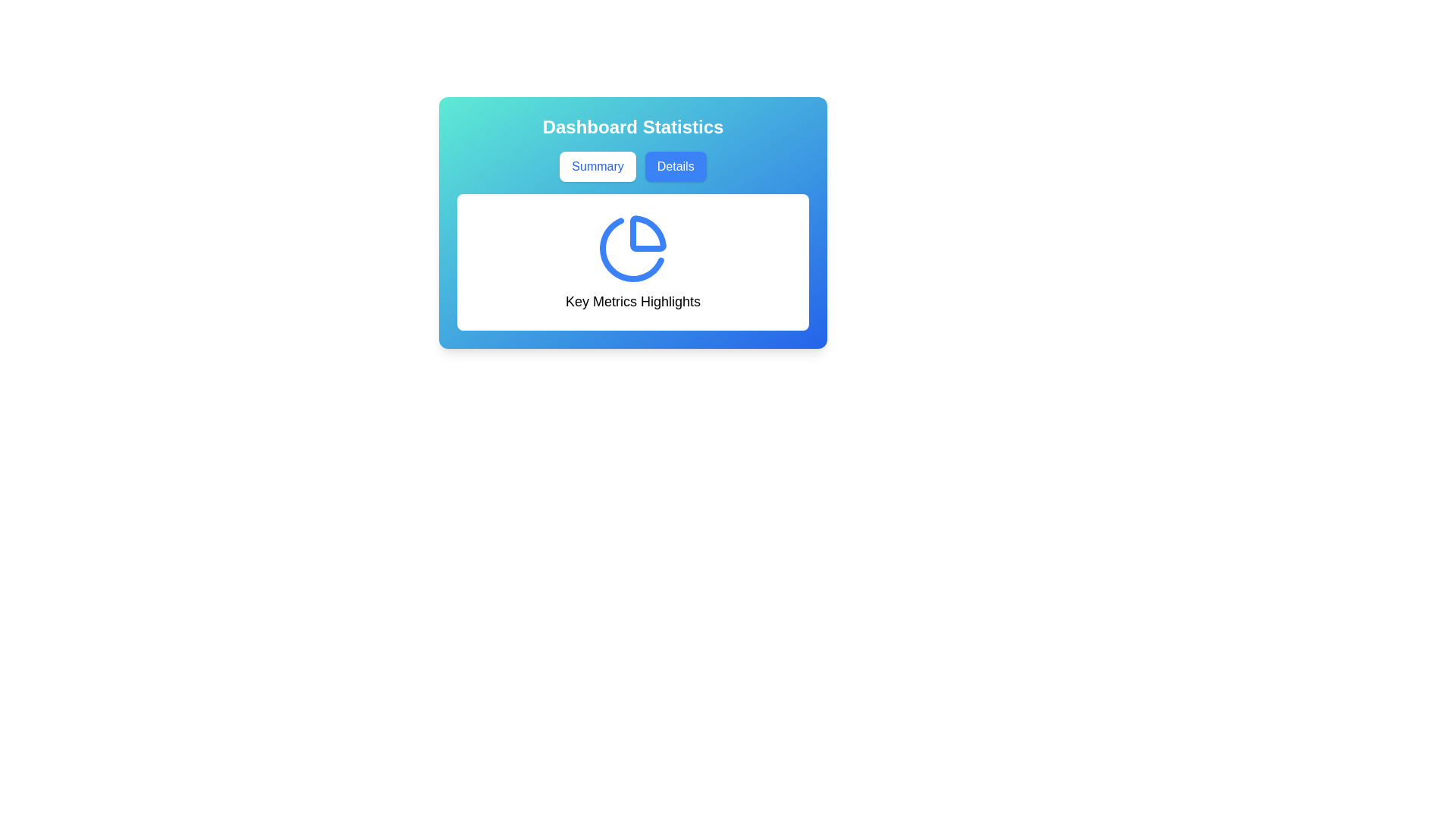 This screenshot has height=819, width=1456. I want to click on the pie chart icon located within the 'Key Metrics Highlights' card, which is nested in a rectangular section with a gradient background beneath the 'Dashboard Statistics' title, so click(633, 222).